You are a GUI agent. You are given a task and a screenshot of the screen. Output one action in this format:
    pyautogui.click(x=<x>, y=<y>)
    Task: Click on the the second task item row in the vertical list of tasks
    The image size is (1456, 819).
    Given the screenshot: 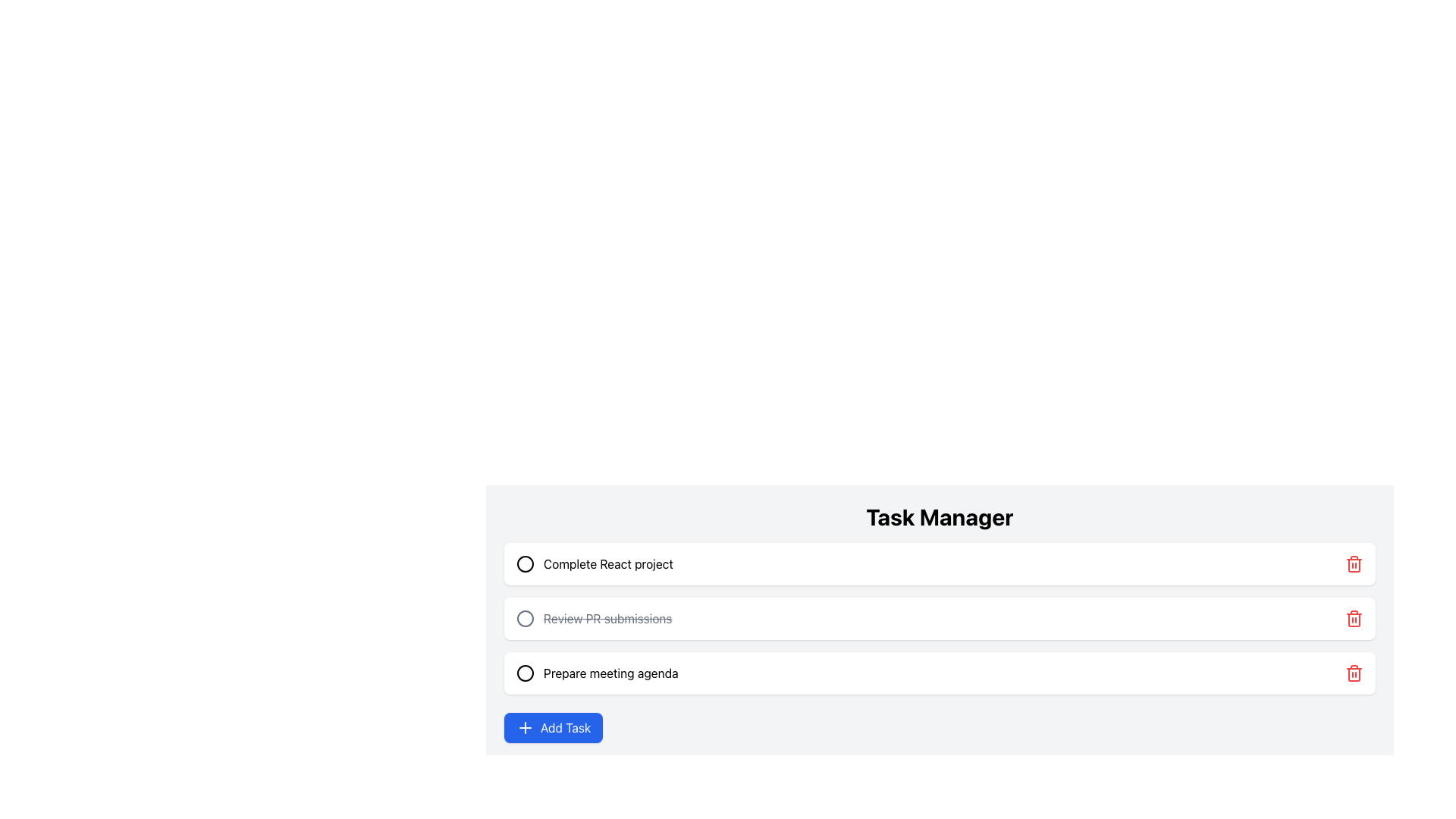 What is the action you would take?
    pyautogui.click(x=939, y=619)
    